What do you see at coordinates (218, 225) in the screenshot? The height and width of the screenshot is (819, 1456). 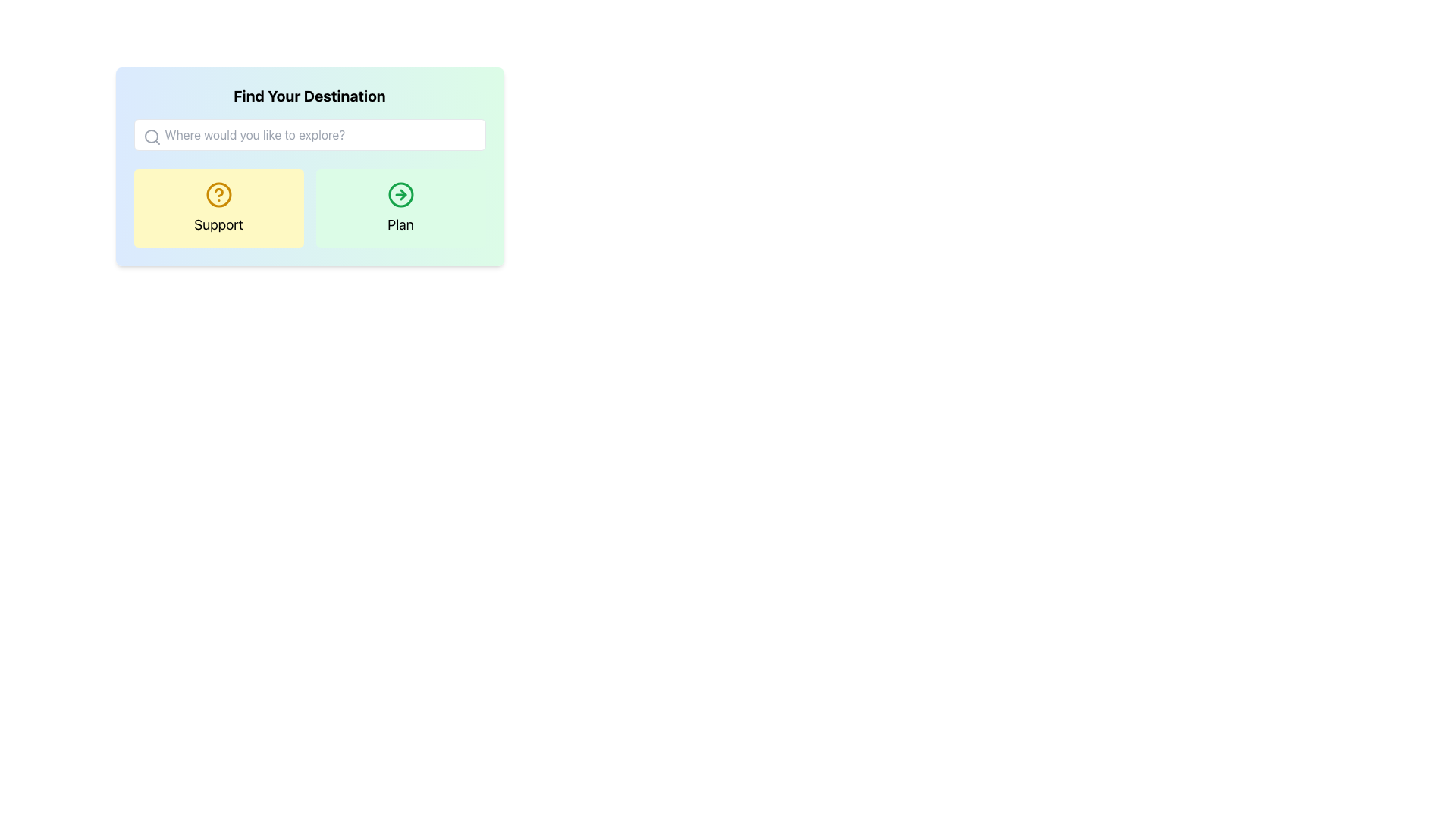 I see `the 'Support' text label element, which is prominently displayed in bold and larger font at the bottom center of a yellow rectangular area` at bounding box center [218, 225].